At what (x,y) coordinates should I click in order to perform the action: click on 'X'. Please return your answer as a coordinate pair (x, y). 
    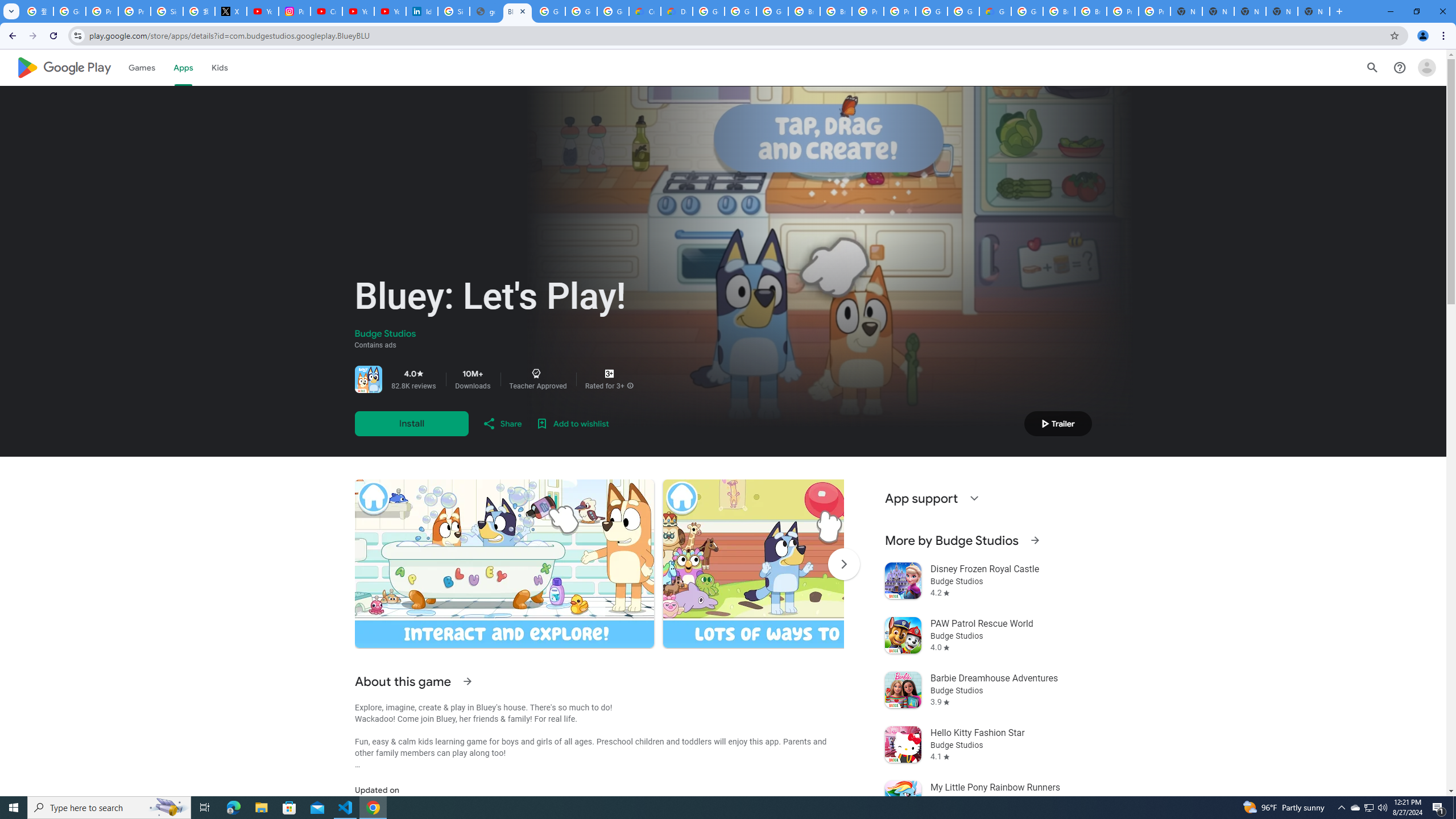
    Looking at the image, I should click on (230, 11).